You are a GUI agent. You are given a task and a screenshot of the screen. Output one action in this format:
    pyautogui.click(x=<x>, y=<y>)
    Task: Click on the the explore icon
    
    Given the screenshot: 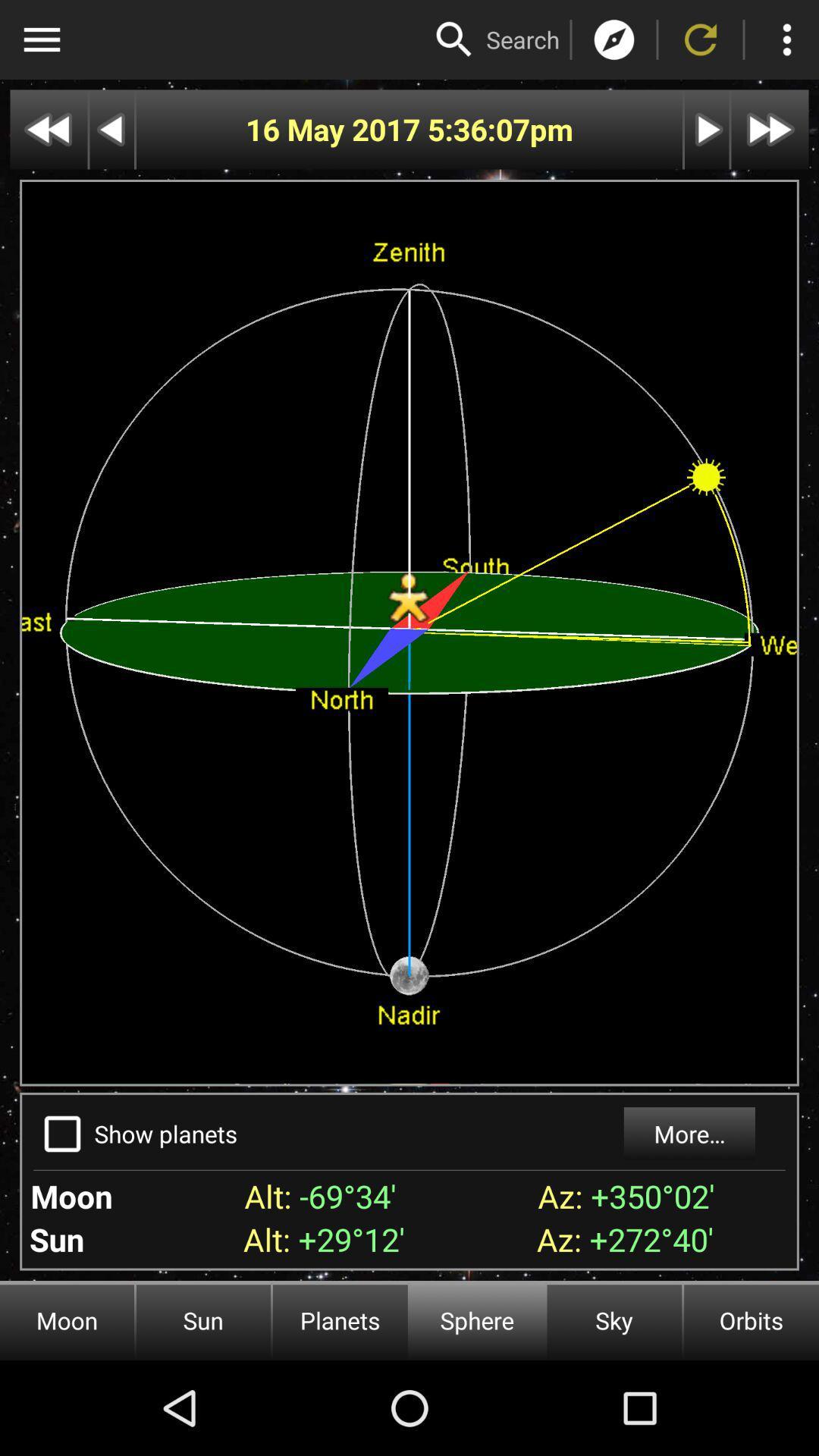 What is the action you would take?
    pyautogui.click(x=614, y=39)
    